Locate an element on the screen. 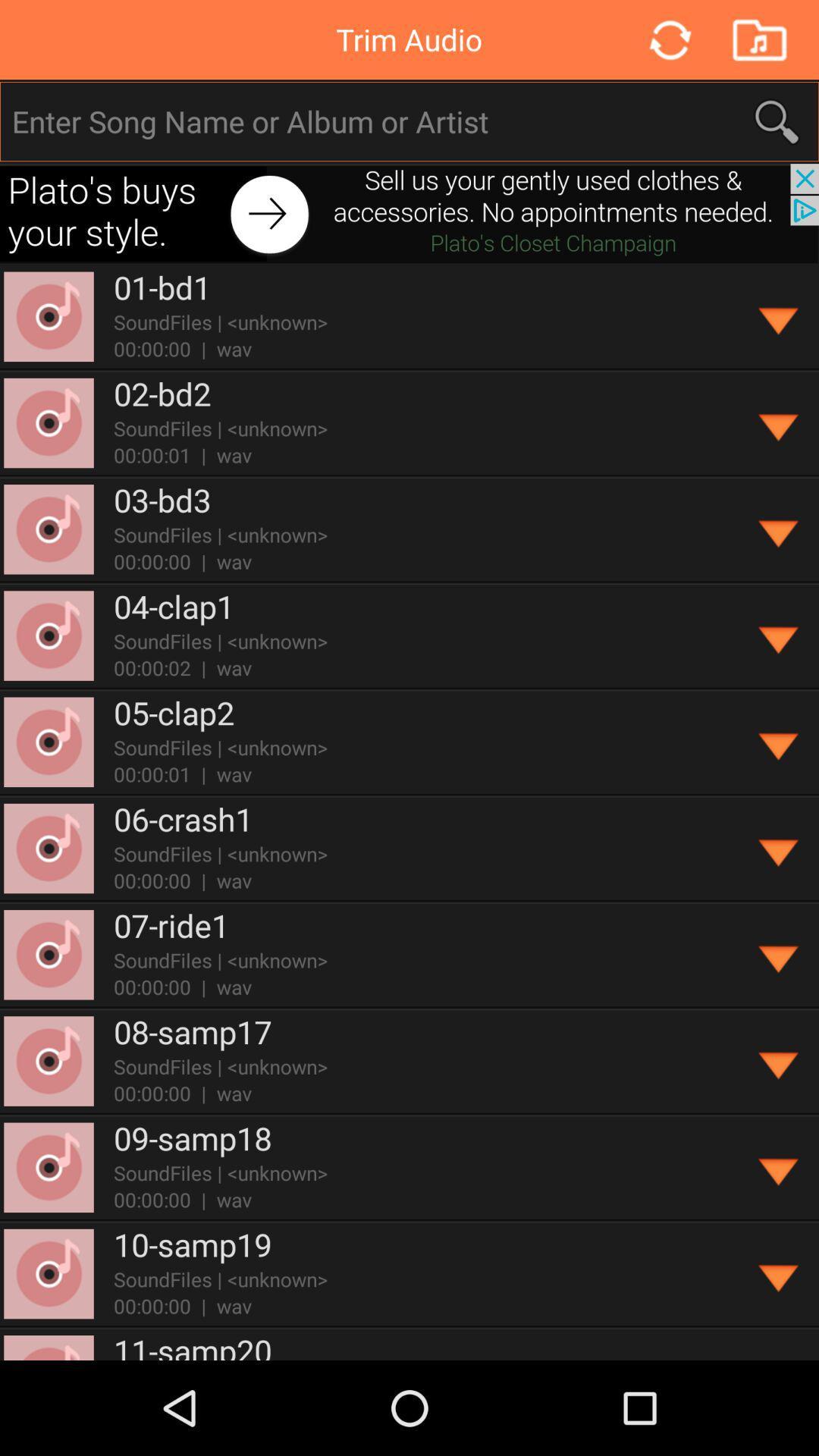  autoplay option is located at coordinates (779, 423).